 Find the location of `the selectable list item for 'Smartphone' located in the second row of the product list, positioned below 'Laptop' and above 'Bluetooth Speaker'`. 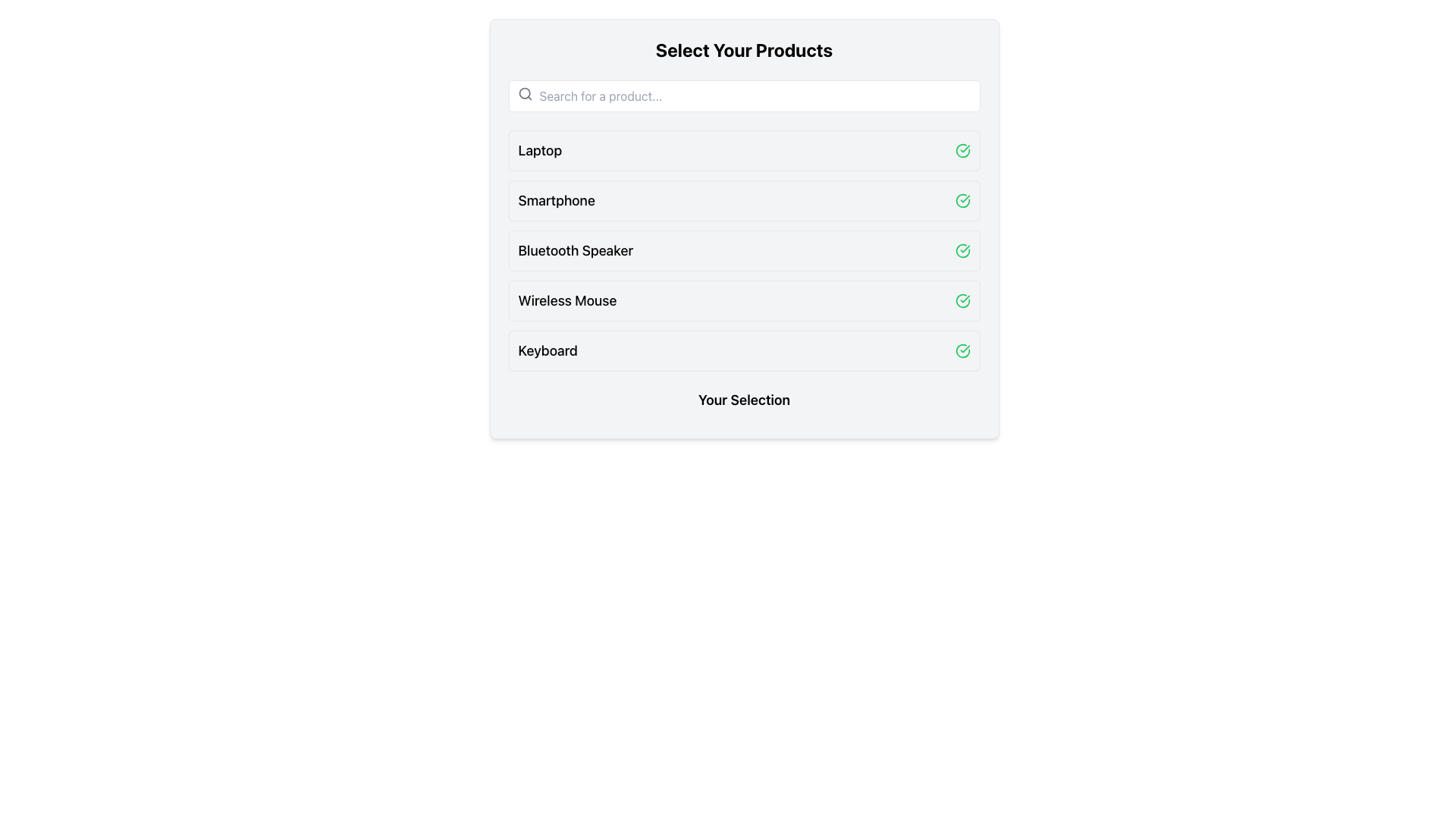

the selectable list item for 'Smartphone' located in the second row of the product list, positioned below 'Laptop' and above 'Bluetooth Speaker' is located at coordinates (744, 200).